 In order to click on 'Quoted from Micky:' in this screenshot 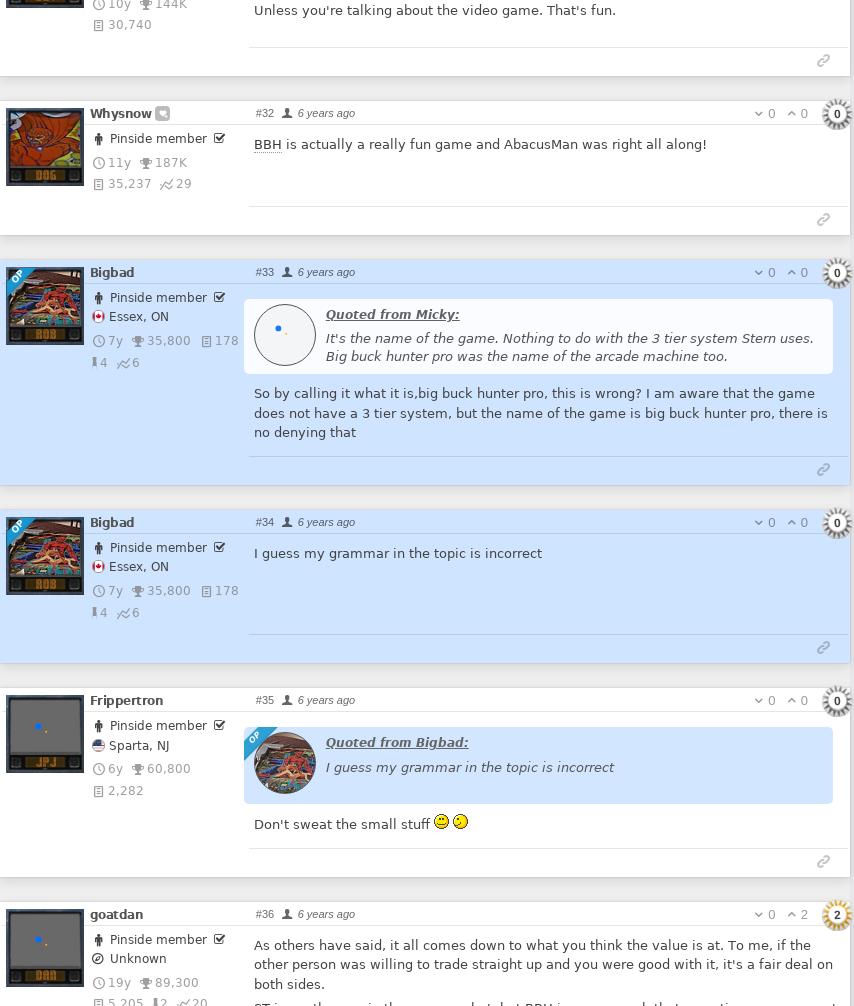, I will do `click(390, 312)`.